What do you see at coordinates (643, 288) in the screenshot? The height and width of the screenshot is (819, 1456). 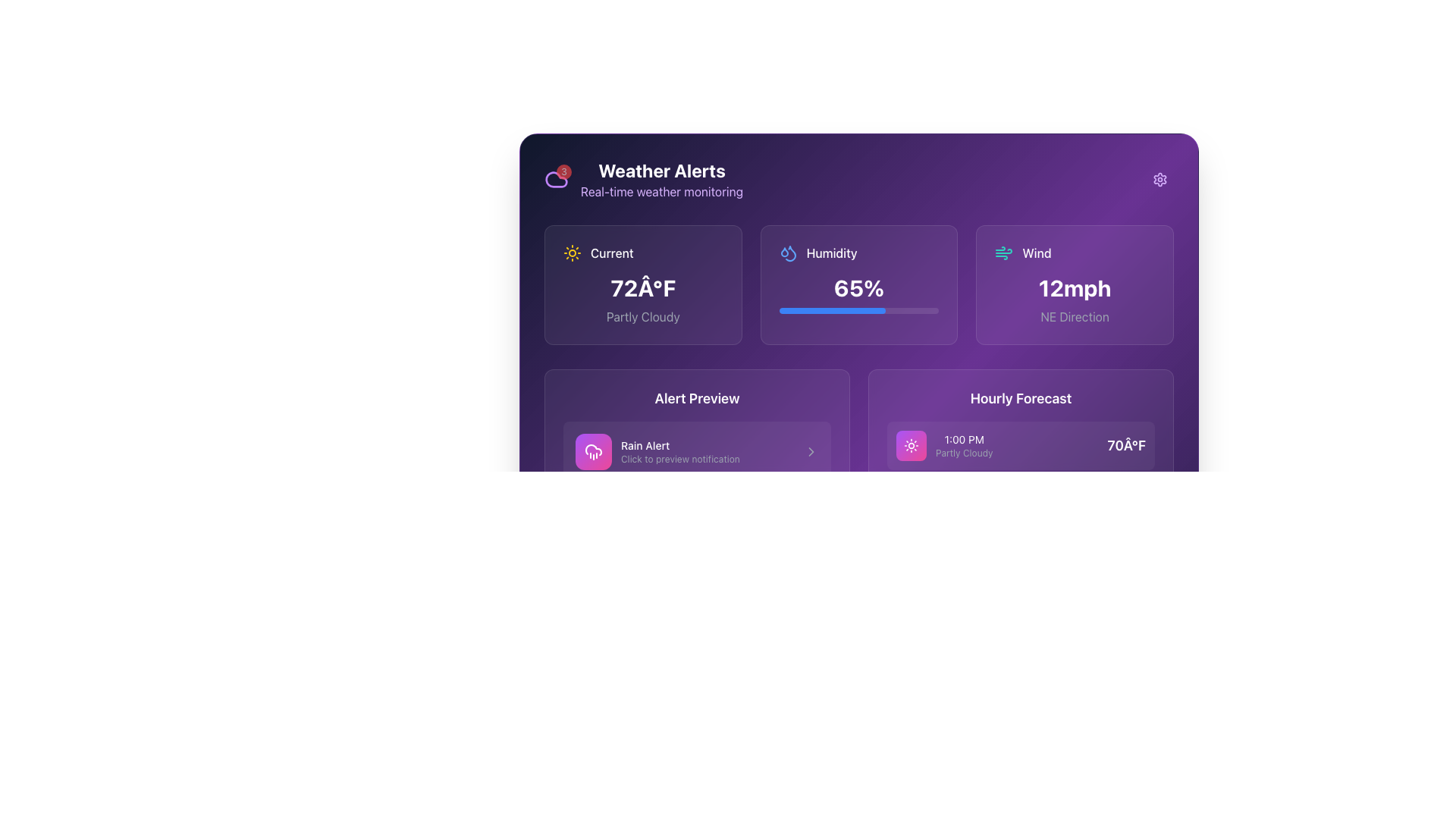 I see `the temperature display text located in the 'Current' card, centrally positioned between the title and the description 'Partly Cloudy'` at bounding box center [643, 288].